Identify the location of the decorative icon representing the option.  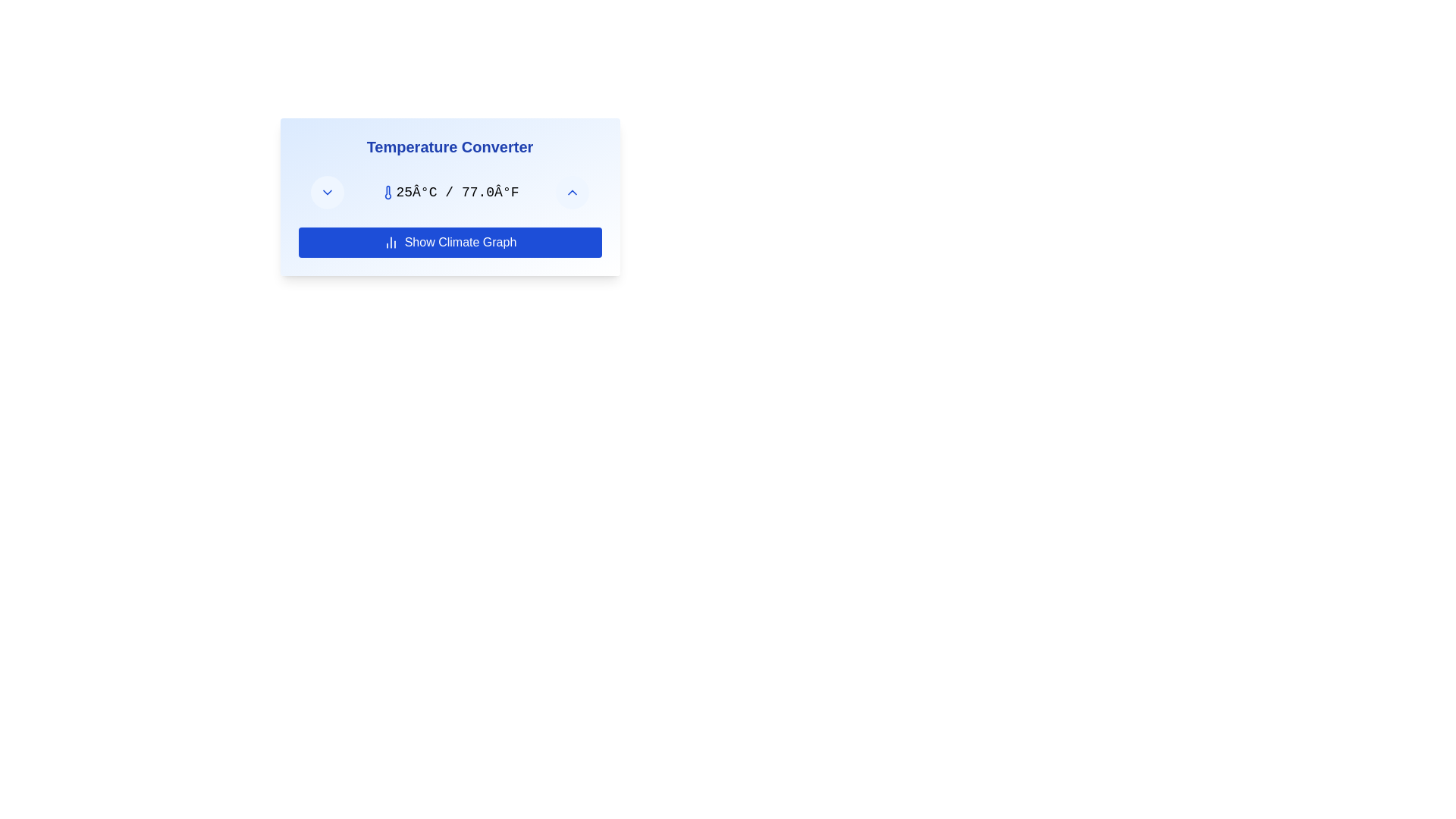
(391, 242).